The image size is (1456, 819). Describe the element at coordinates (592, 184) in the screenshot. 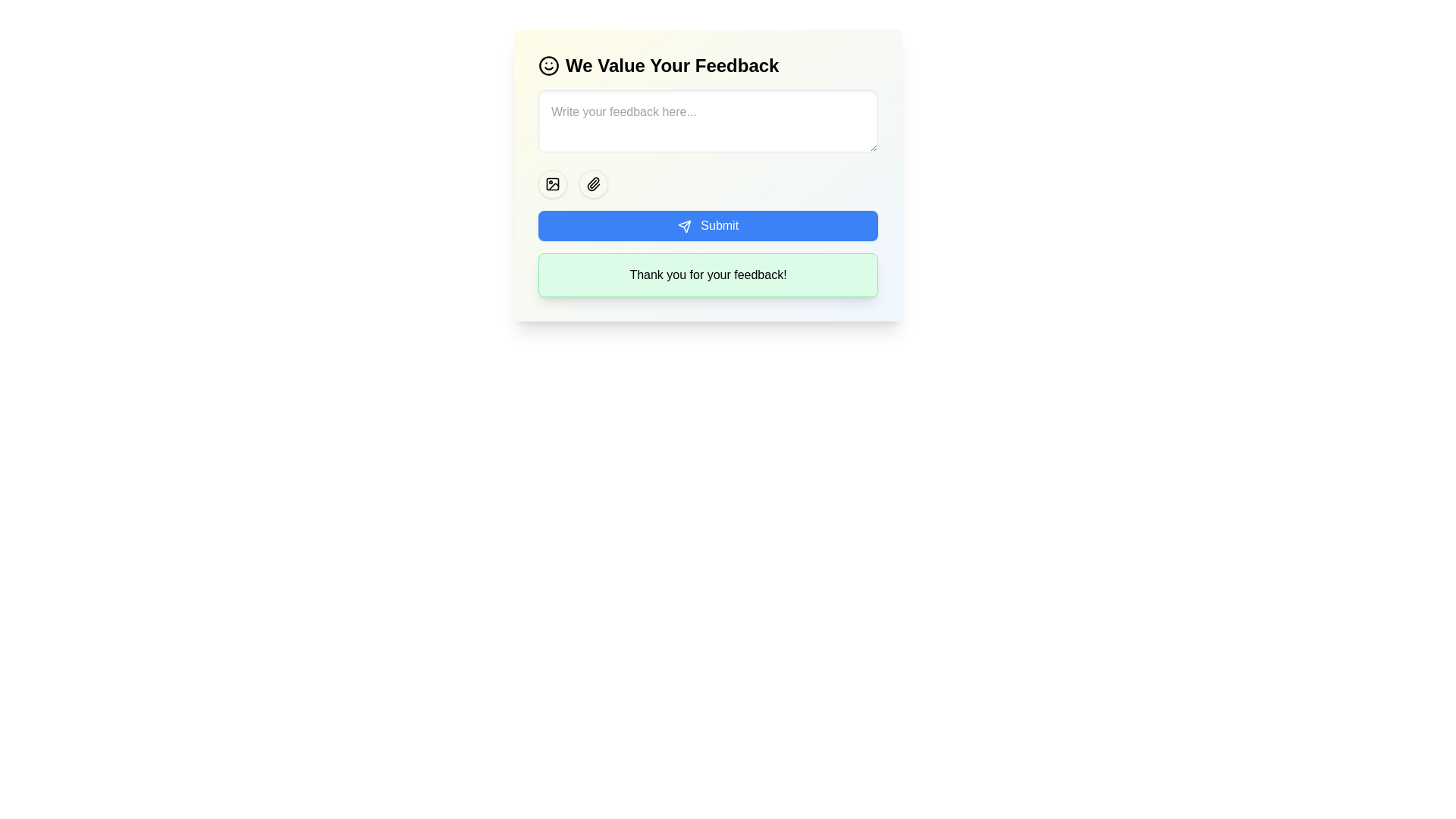

I see `the circular button with a paperclip icon to trigger a style change` at that location.